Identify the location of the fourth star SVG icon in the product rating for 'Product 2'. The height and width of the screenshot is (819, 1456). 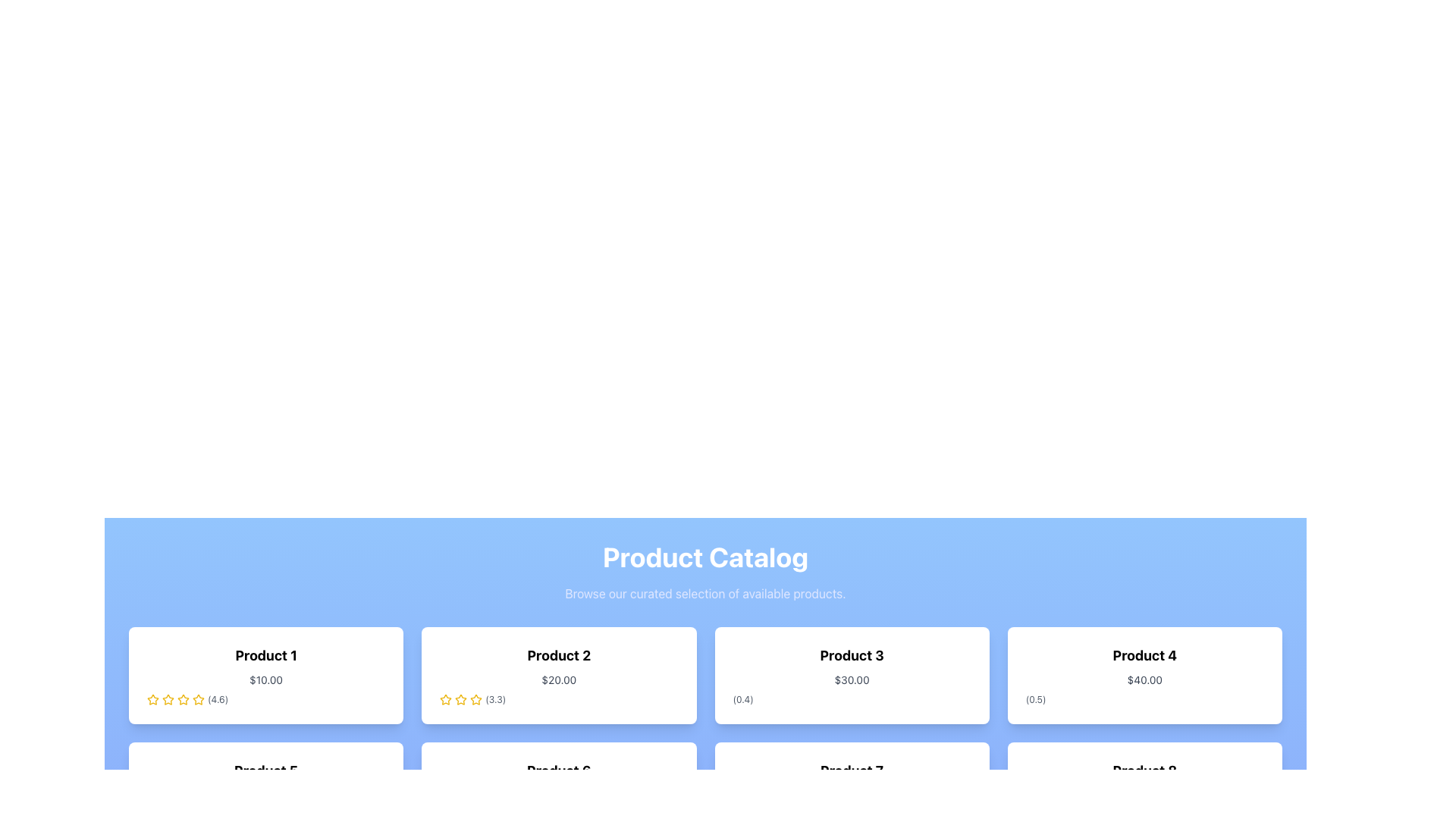
(475, 699).